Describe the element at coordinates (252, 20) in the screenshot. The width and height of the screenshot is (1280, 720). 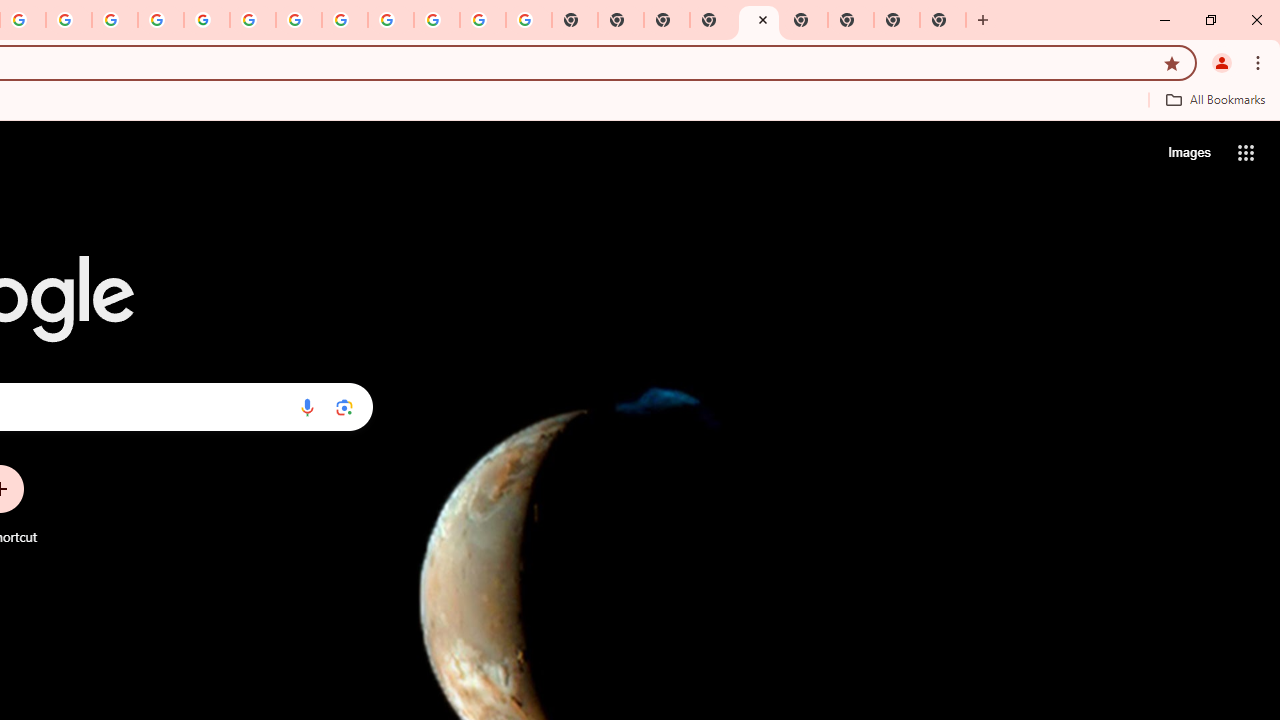
I see `'YouTube'` at that location.